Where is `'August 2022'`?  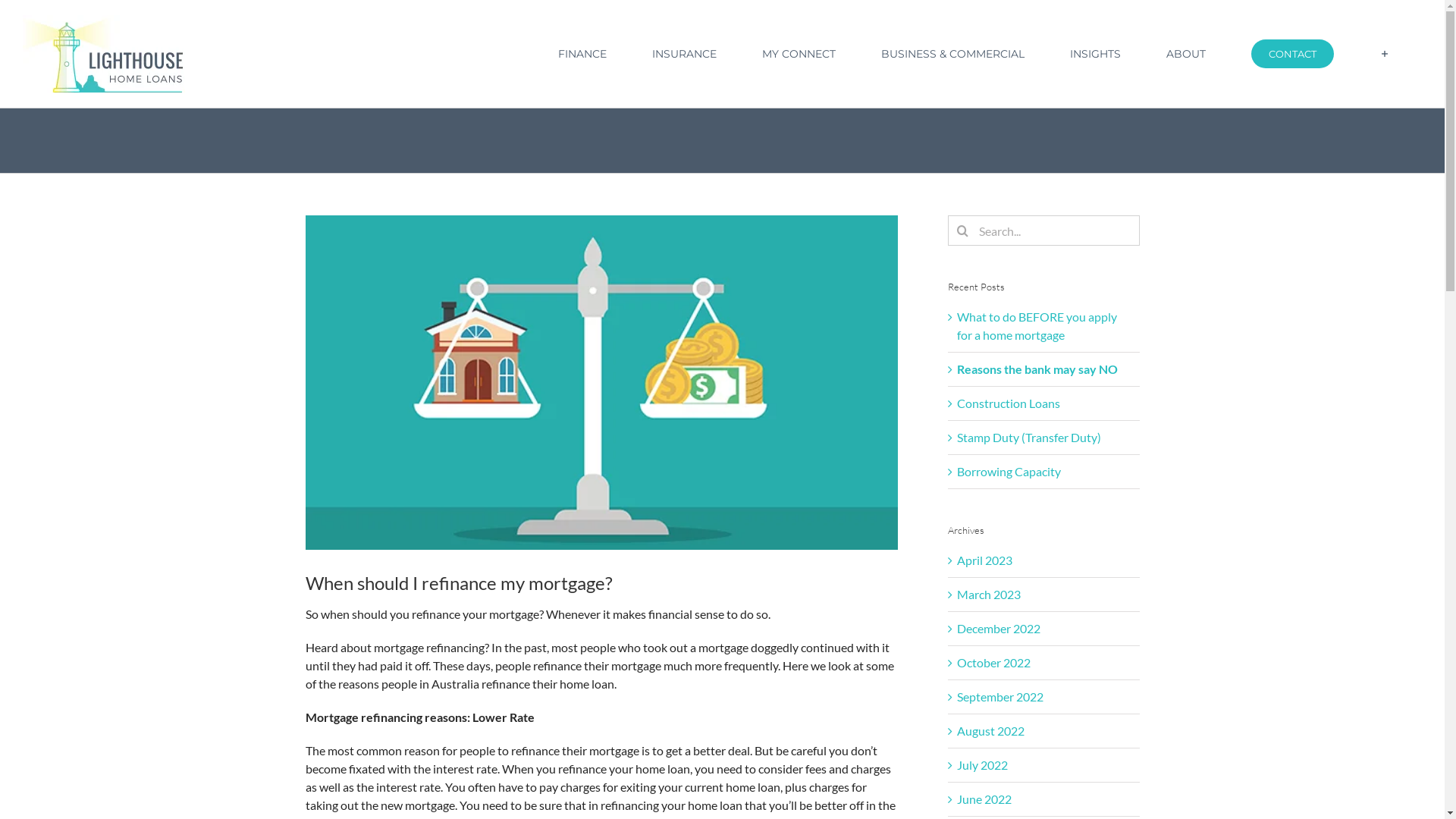 'August 2022' is located at coordinates (956, 730).